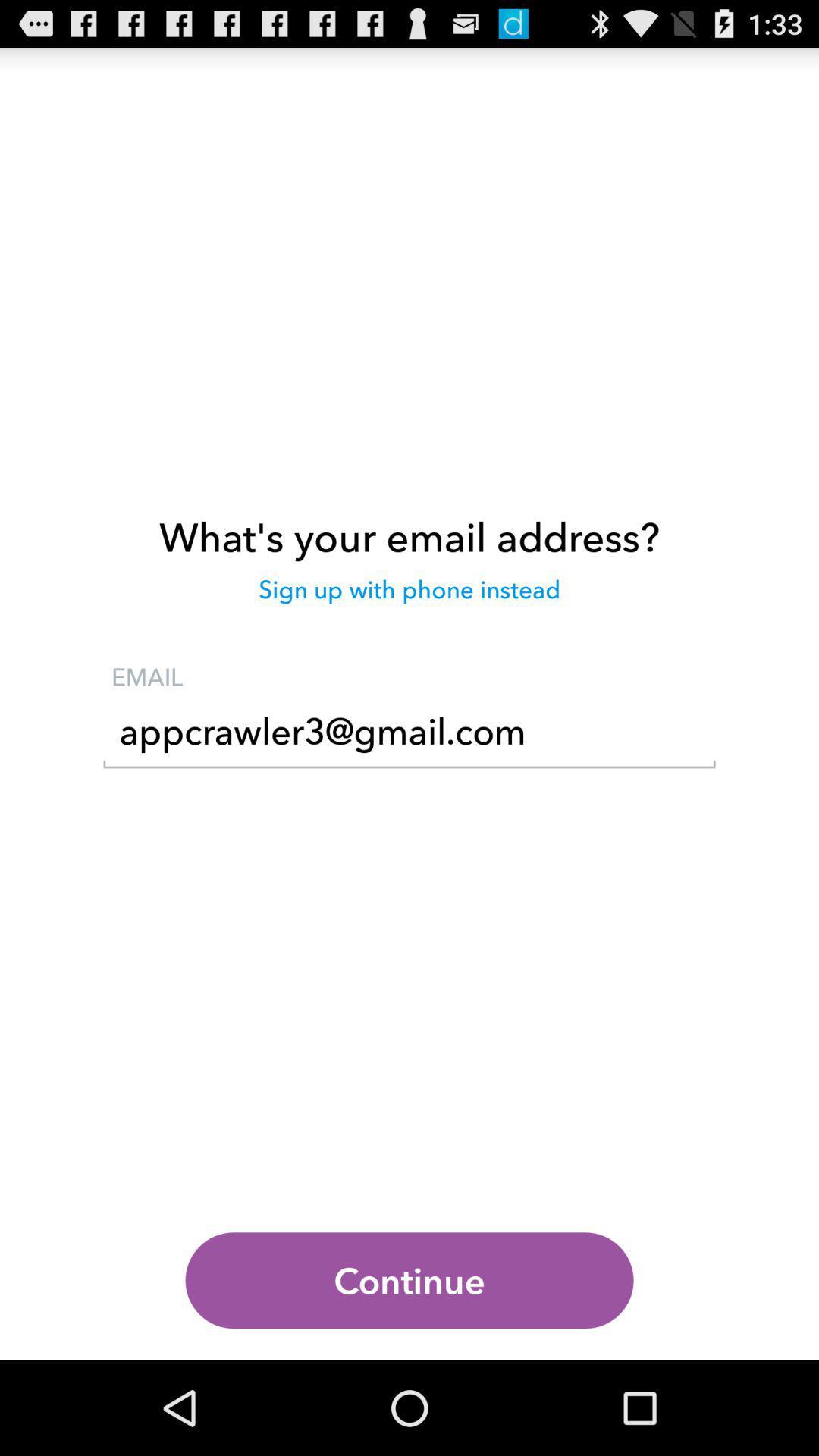 This screenshot has width=819, height=1456. Describe the element at coordinates (409, 596) in the screenshot. I see `icon above the email icon` at that location.